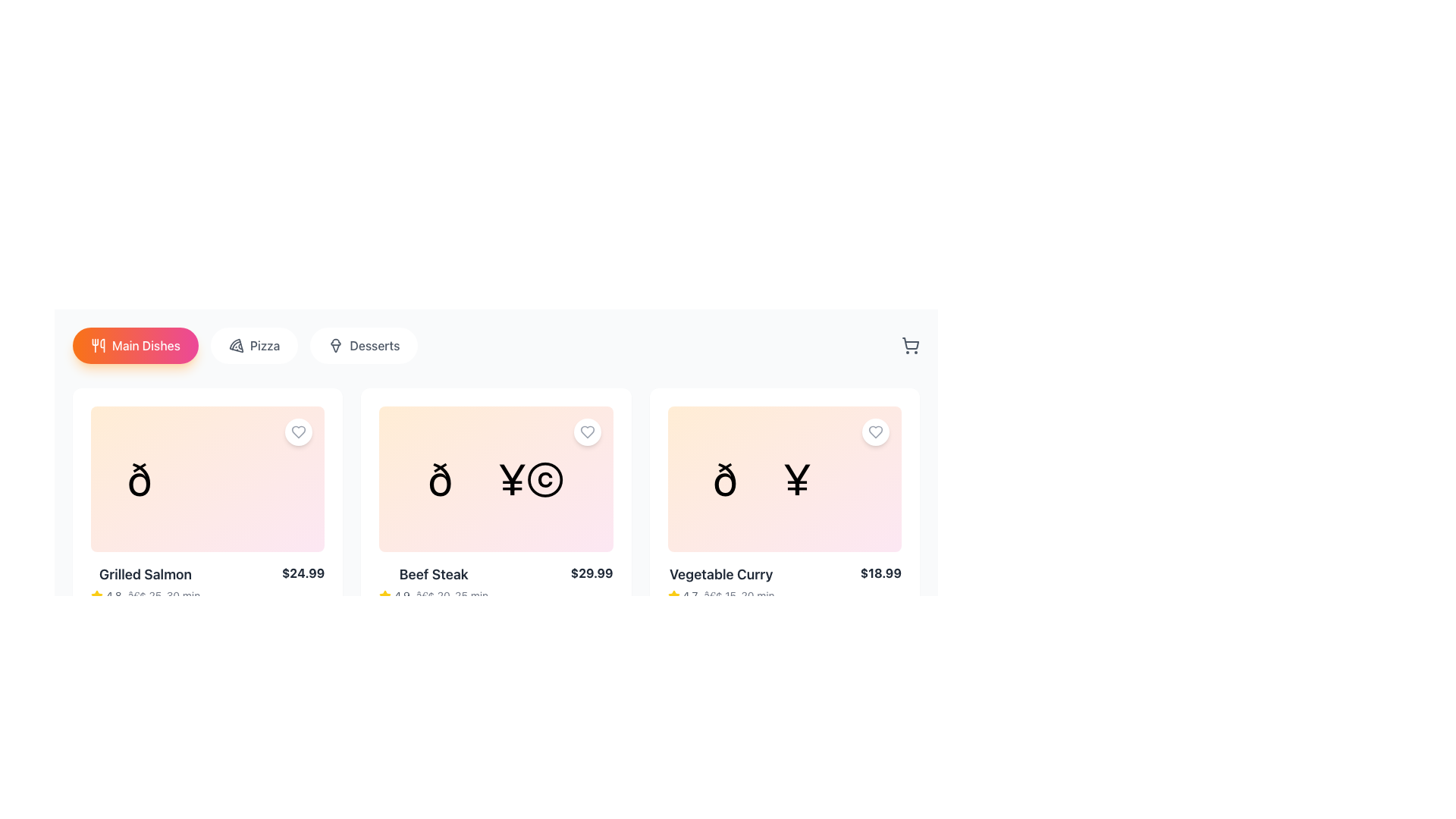 This screenshot has width=1456, height=819. I want to click on the rating value displayed in the text label showing '4.8', which is styled in gray and positioned to the right of the yellow star icon, so click(113, 595).